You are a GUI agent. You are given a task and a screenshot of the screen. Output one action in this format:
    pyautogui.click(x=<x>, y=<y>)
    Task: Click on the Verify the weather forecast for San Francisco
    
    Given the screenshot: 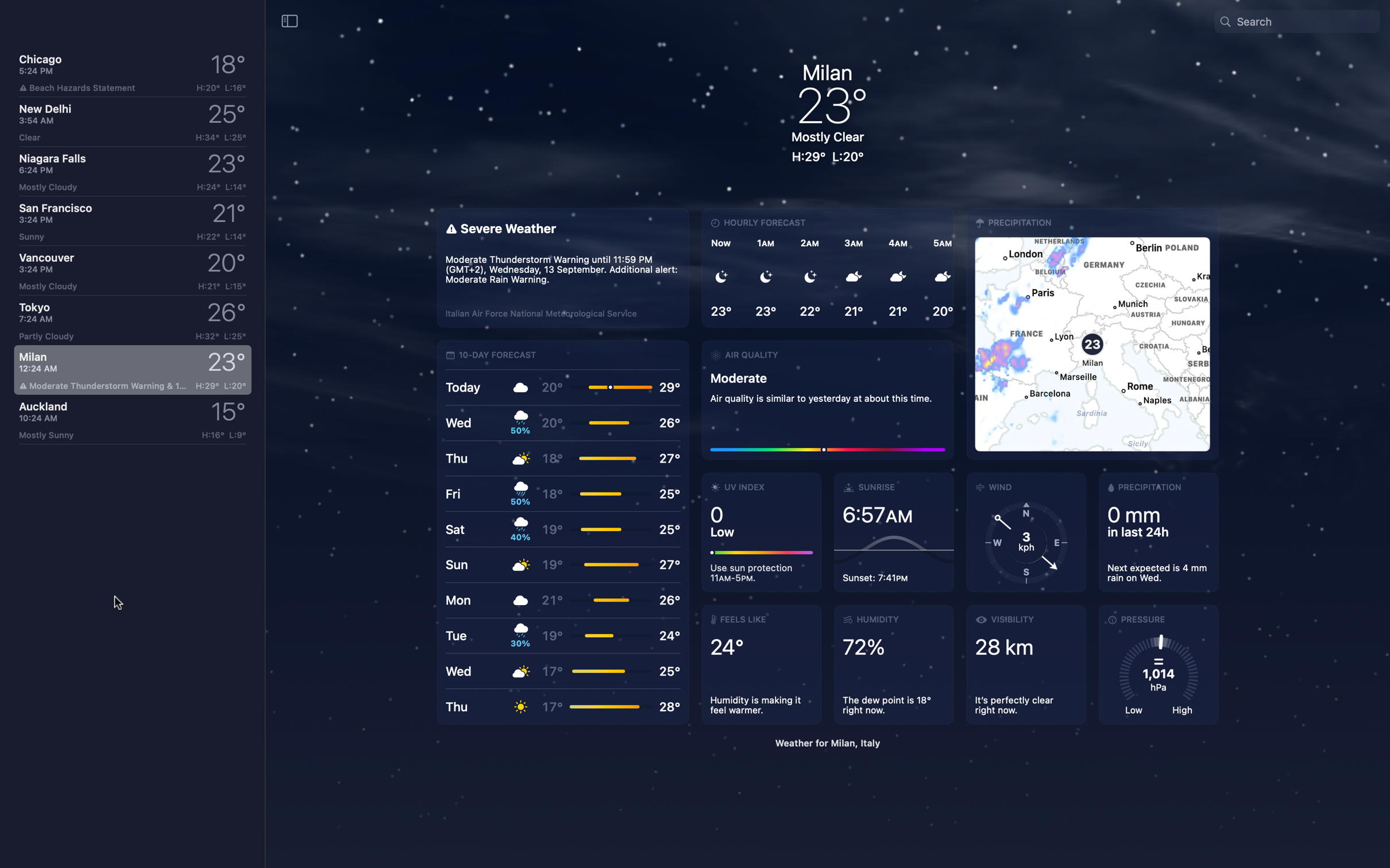 What is the action you would take?
    pyautogui.click(x=130, y=219)
    